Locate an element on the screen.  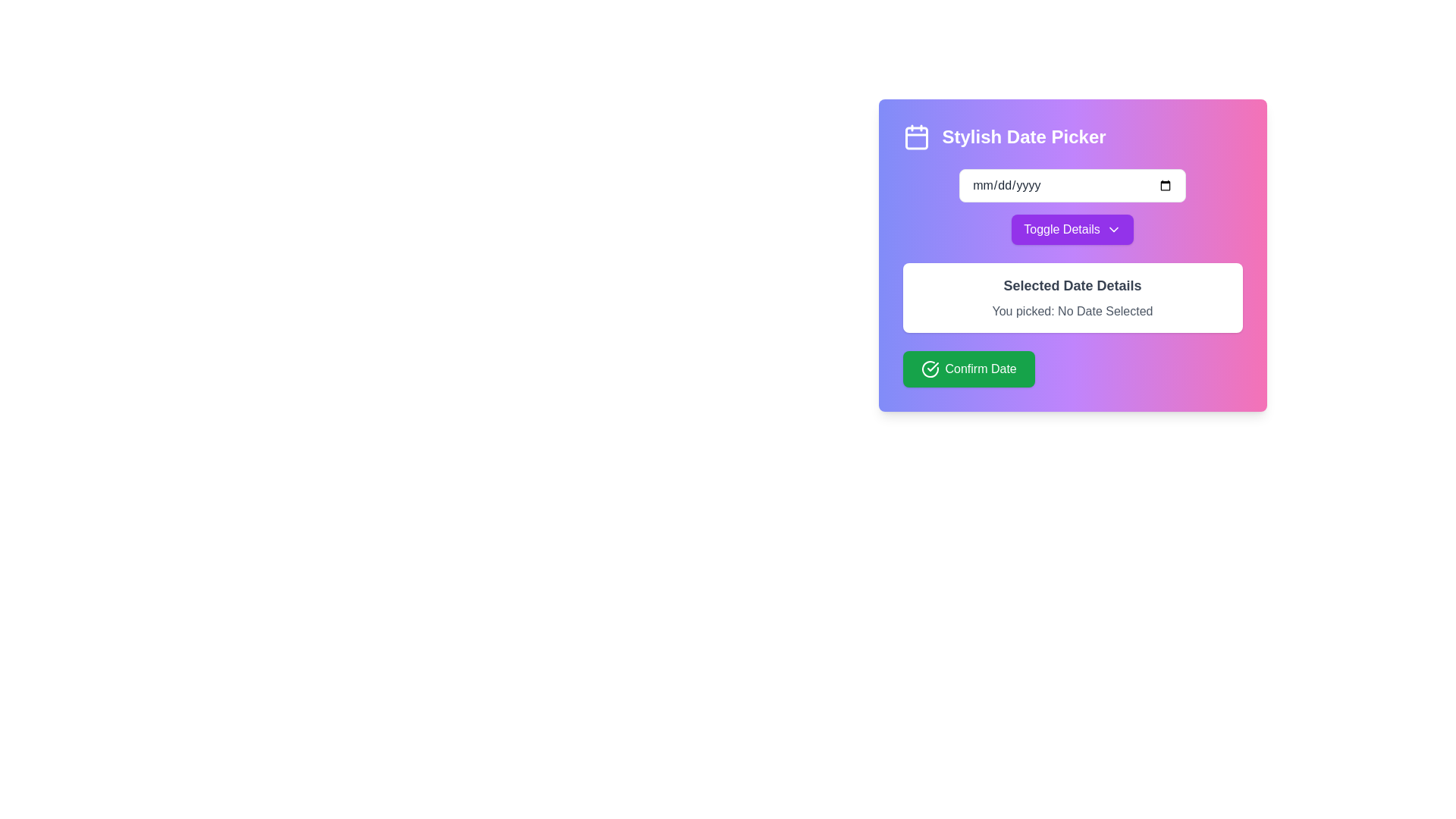
the calendar icon located on the far left of the 'Stylish Date Picker' component is located at coordinates (915, 137).